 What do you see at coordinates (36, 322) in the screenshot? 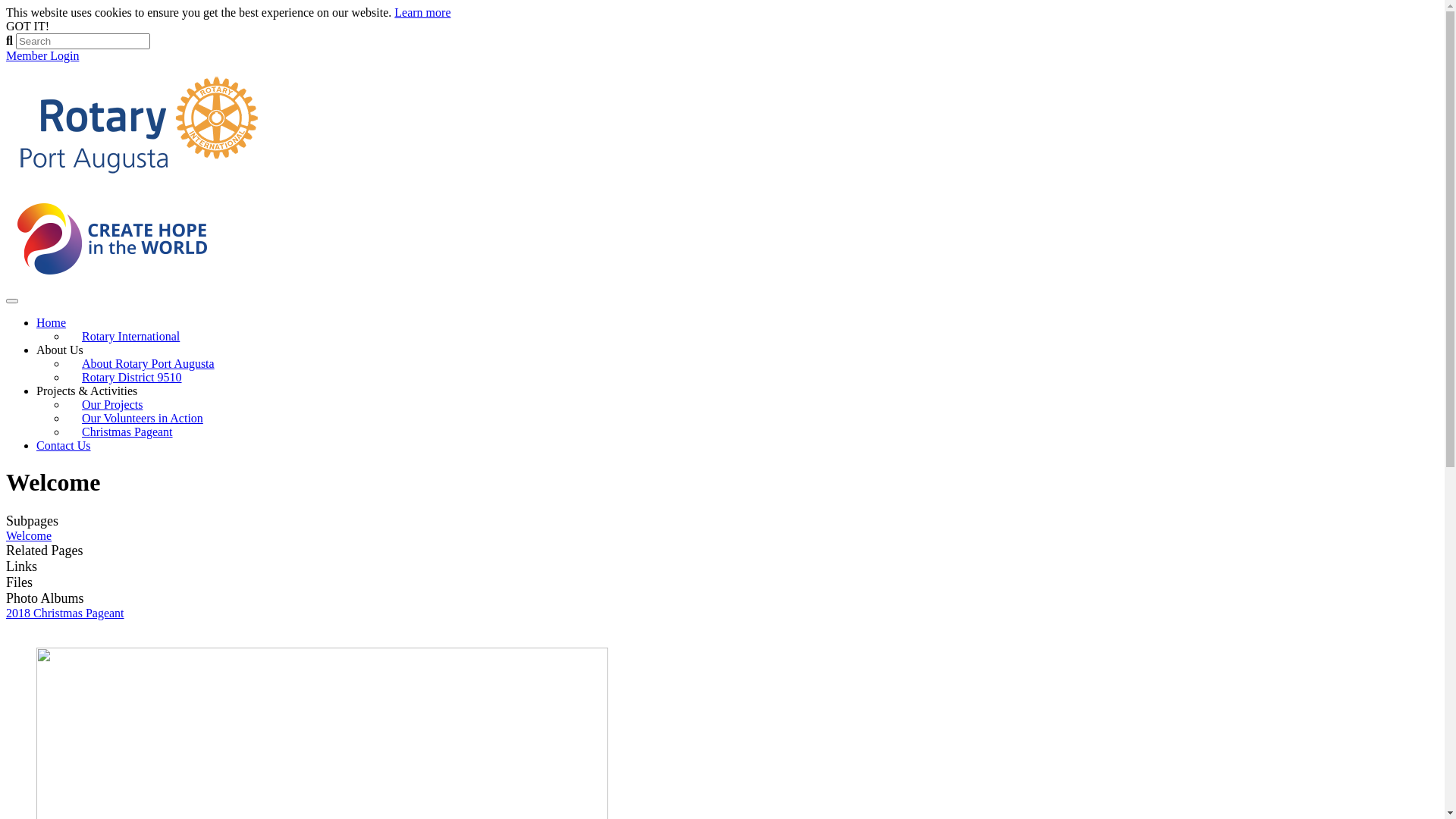
I see `'Home'` at bounding box center [36, 322].